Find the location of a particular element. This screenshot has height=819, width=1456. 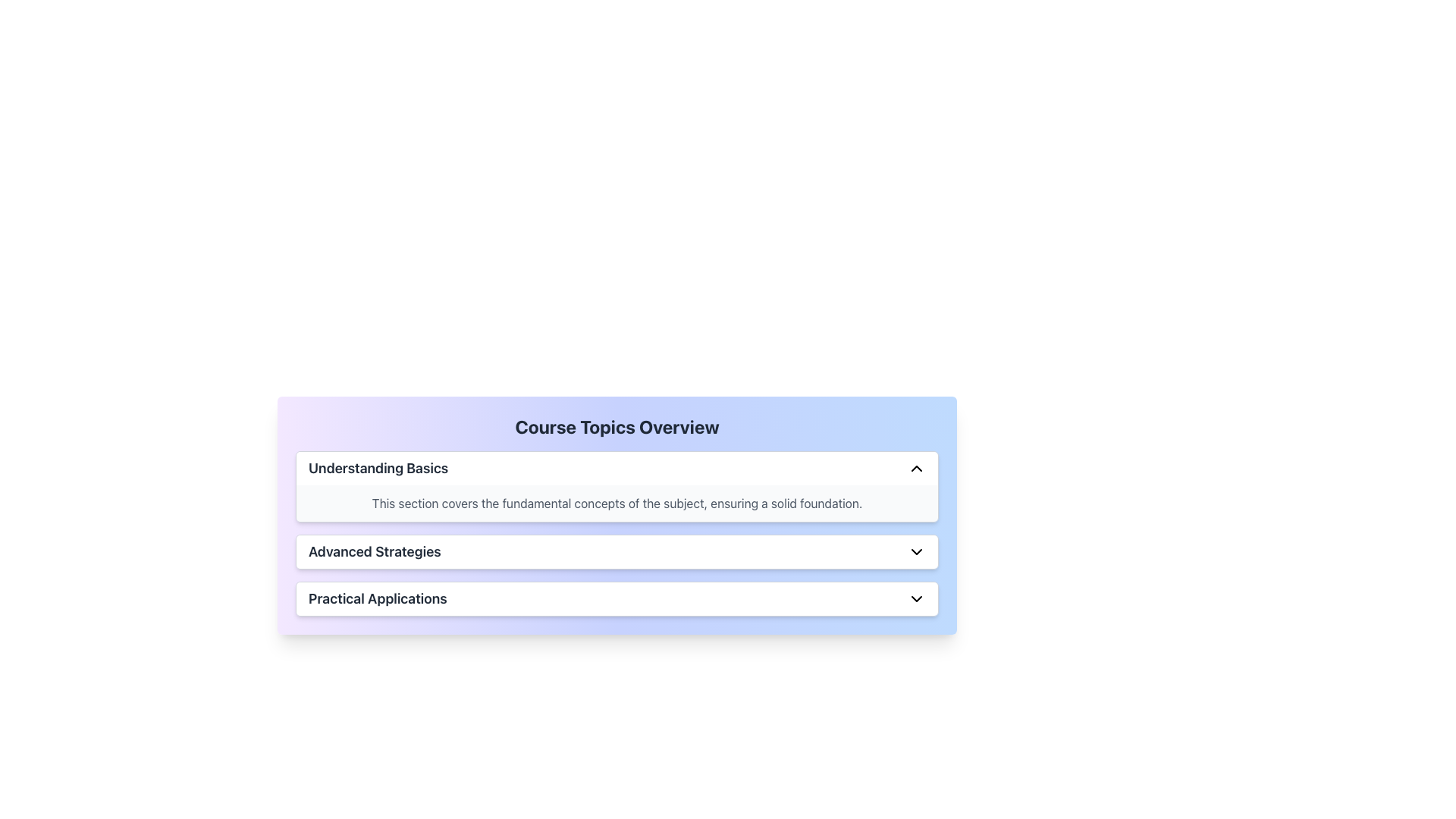

the 'Understanding Basics' button, which is the first item in the 'Course Topics Overview' section is located at coordinates (617, 467).